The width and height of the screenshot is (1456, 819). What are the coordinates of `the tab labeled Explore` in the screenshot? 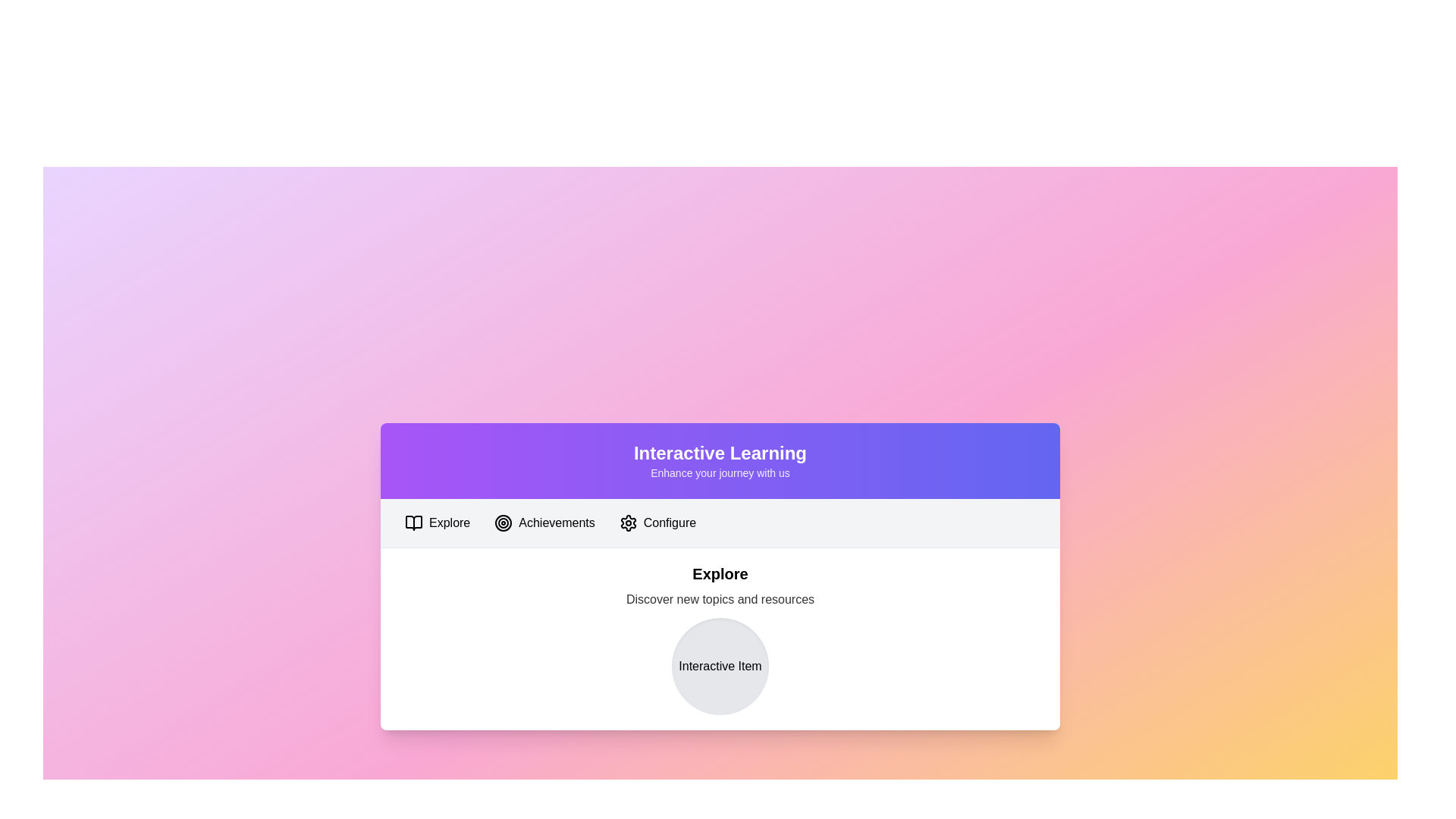 It's located at (437, 522).